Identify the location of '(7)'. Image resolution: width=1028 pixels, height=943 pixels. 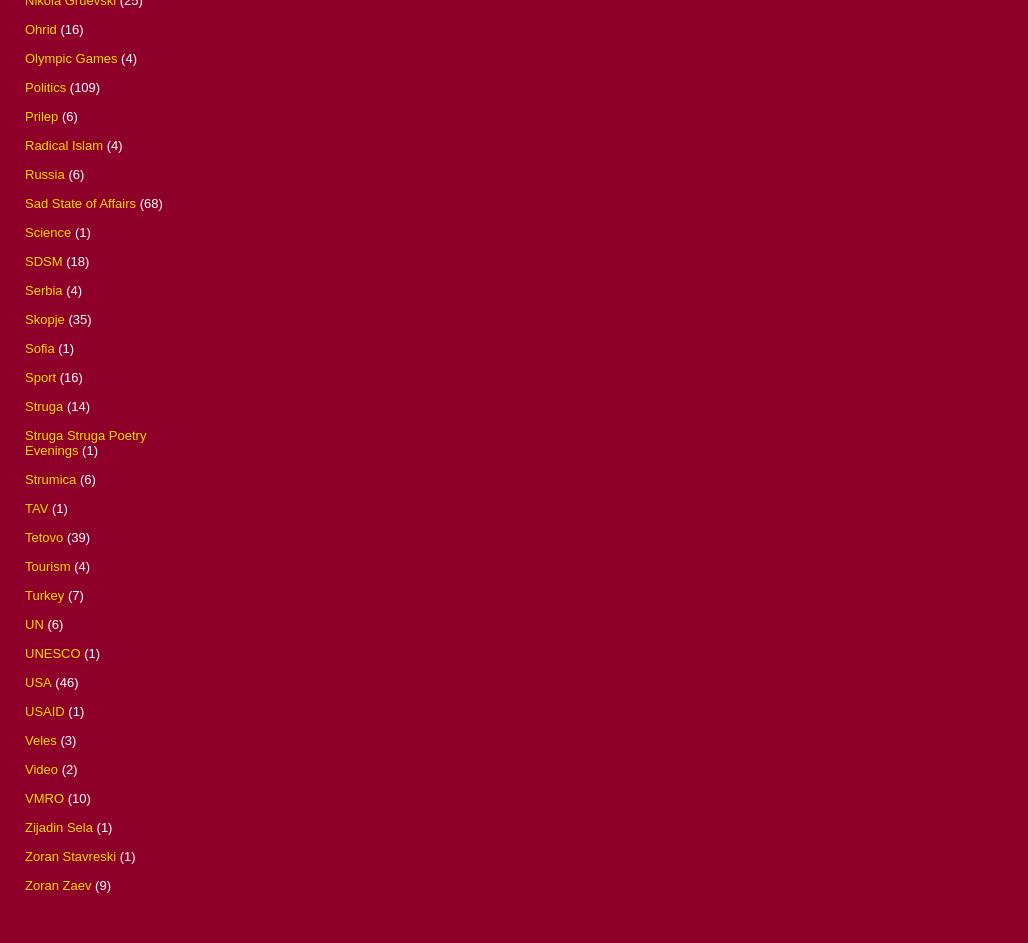
(74, 593).